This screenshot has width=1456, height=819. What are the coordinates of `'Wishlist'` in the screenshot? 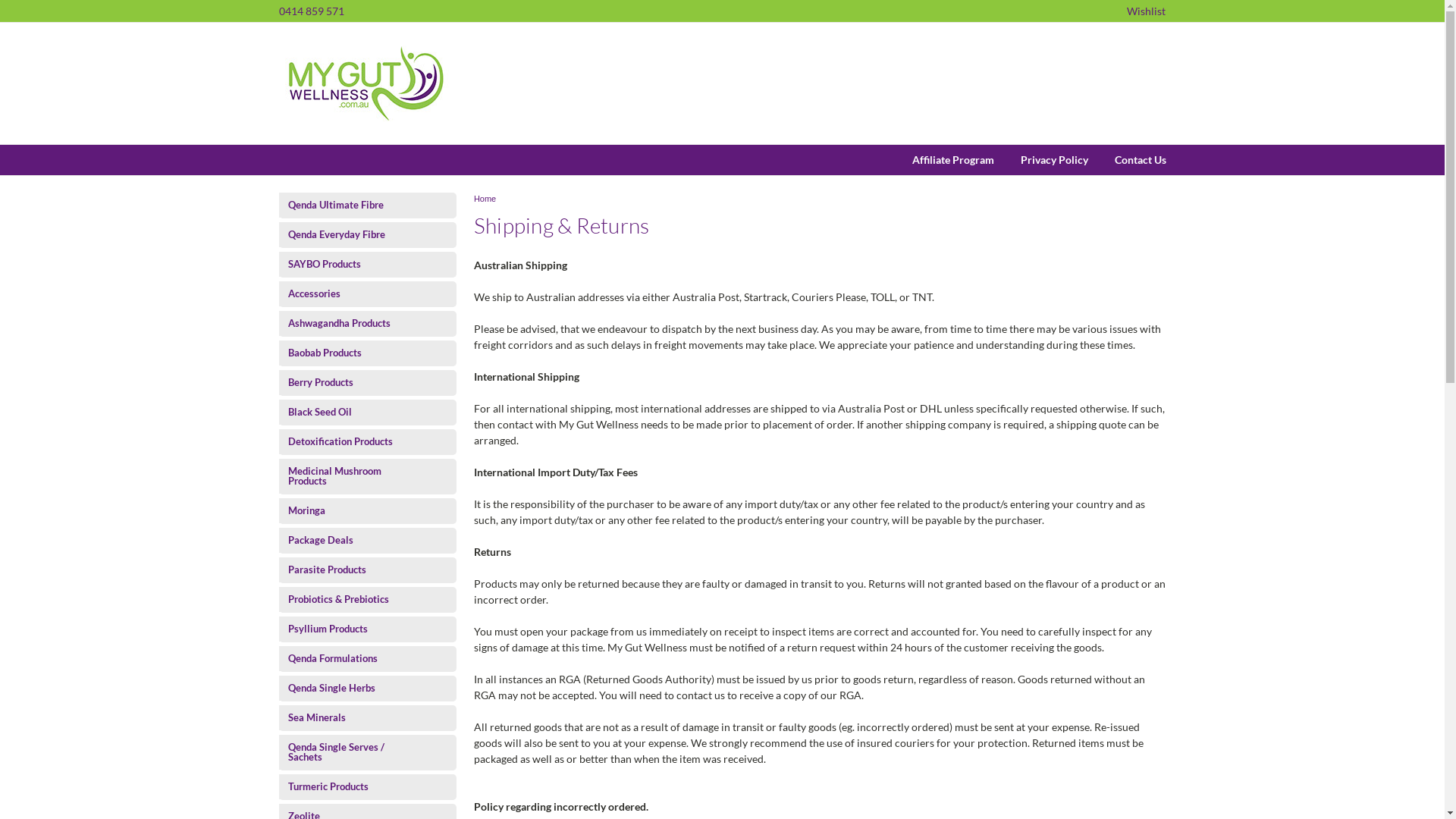 It's located at (1146, 11).